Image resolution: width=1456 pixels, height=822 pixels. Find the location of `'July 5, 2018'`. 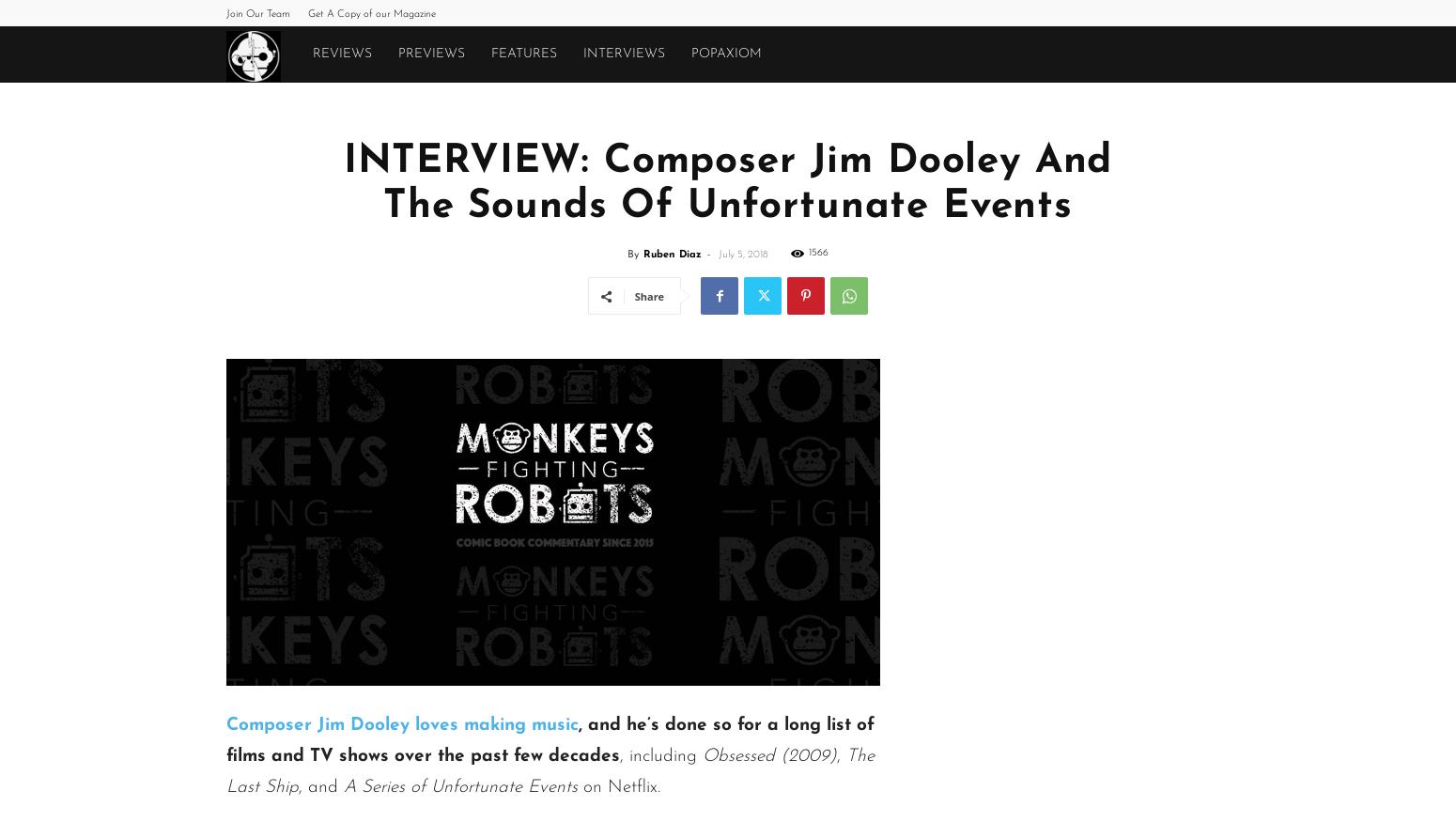

'July 5, 2018' is located at coordinates (741, 254).